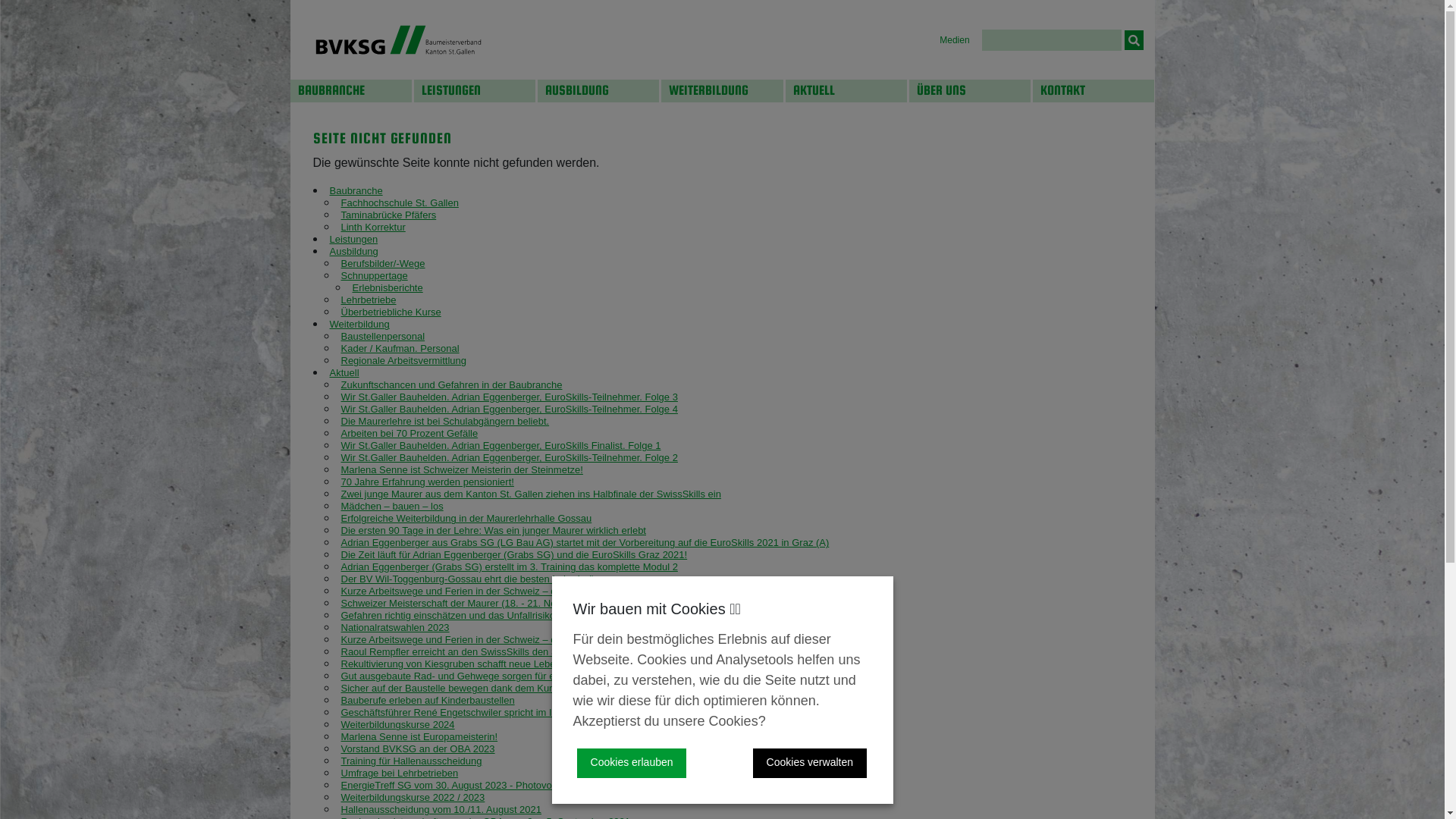 The width and height of the screenshot is (1456, 819). I want to click on 'Weiterbildungskurse 2022 / 2023', so click(413, 796).